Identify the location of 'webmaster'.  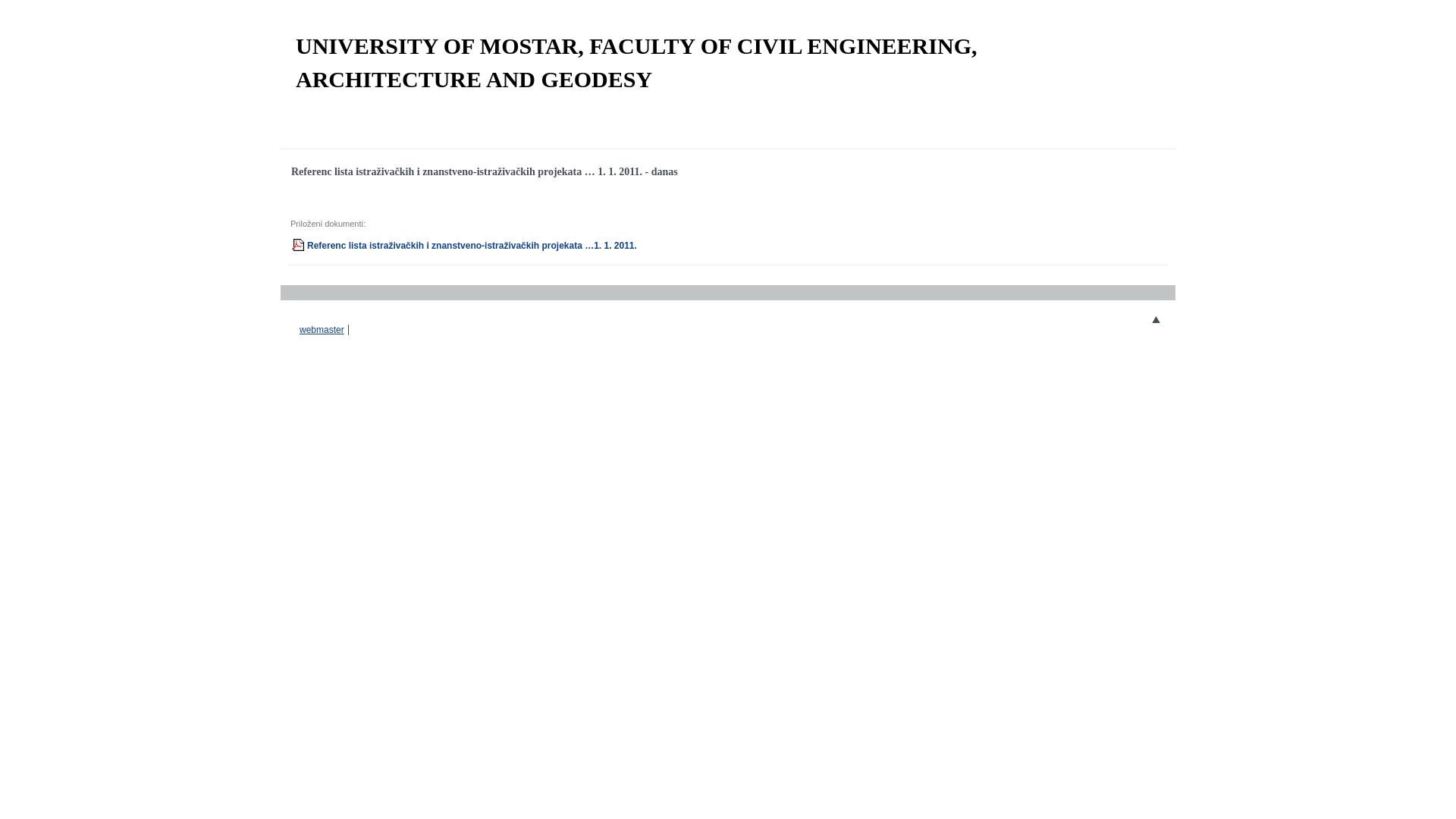
(299, 329).